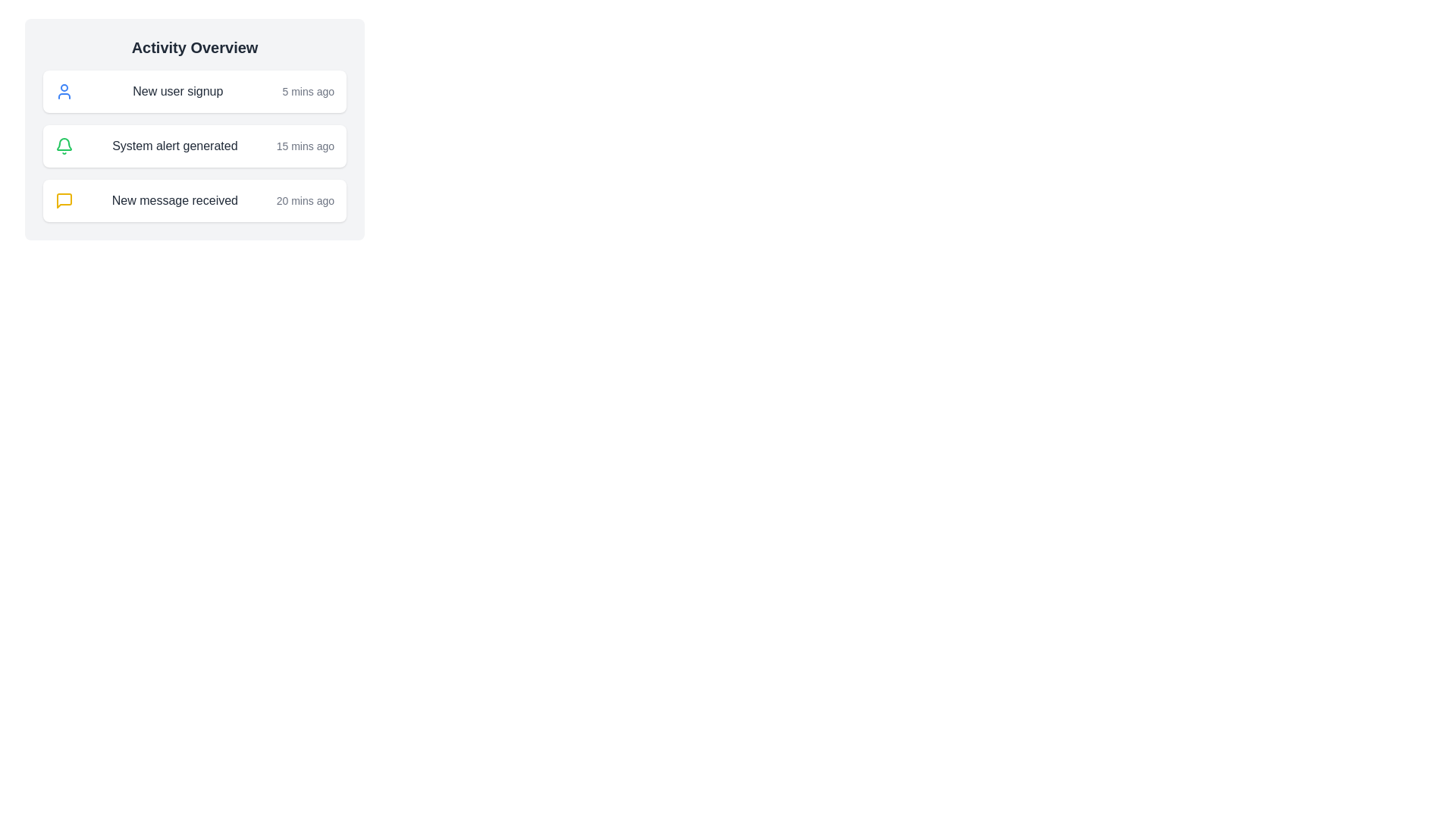 This screenshot has width=1456, height=819. What do you see at coordinates (174, 146) in the screenshot?
I see `the text label displaying 'System alert generated' which is styled in gray and positioned within an activity card, located to the right of a green notification bell icon and above a timestamp` at bounding box center [174, 146].